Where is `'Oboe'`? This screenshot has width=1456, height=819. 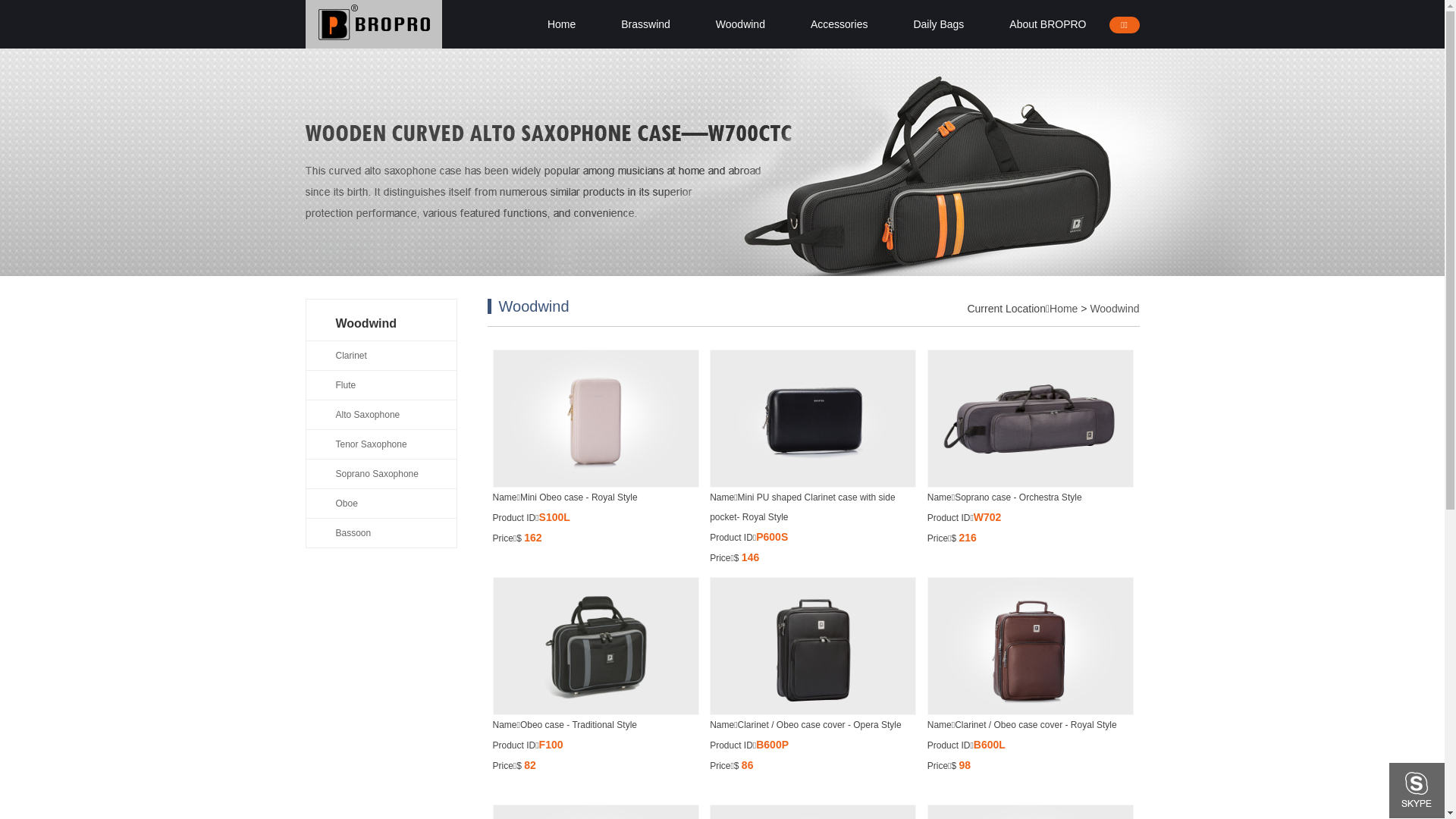 'Oboe' is located at coordinates (380, 503).